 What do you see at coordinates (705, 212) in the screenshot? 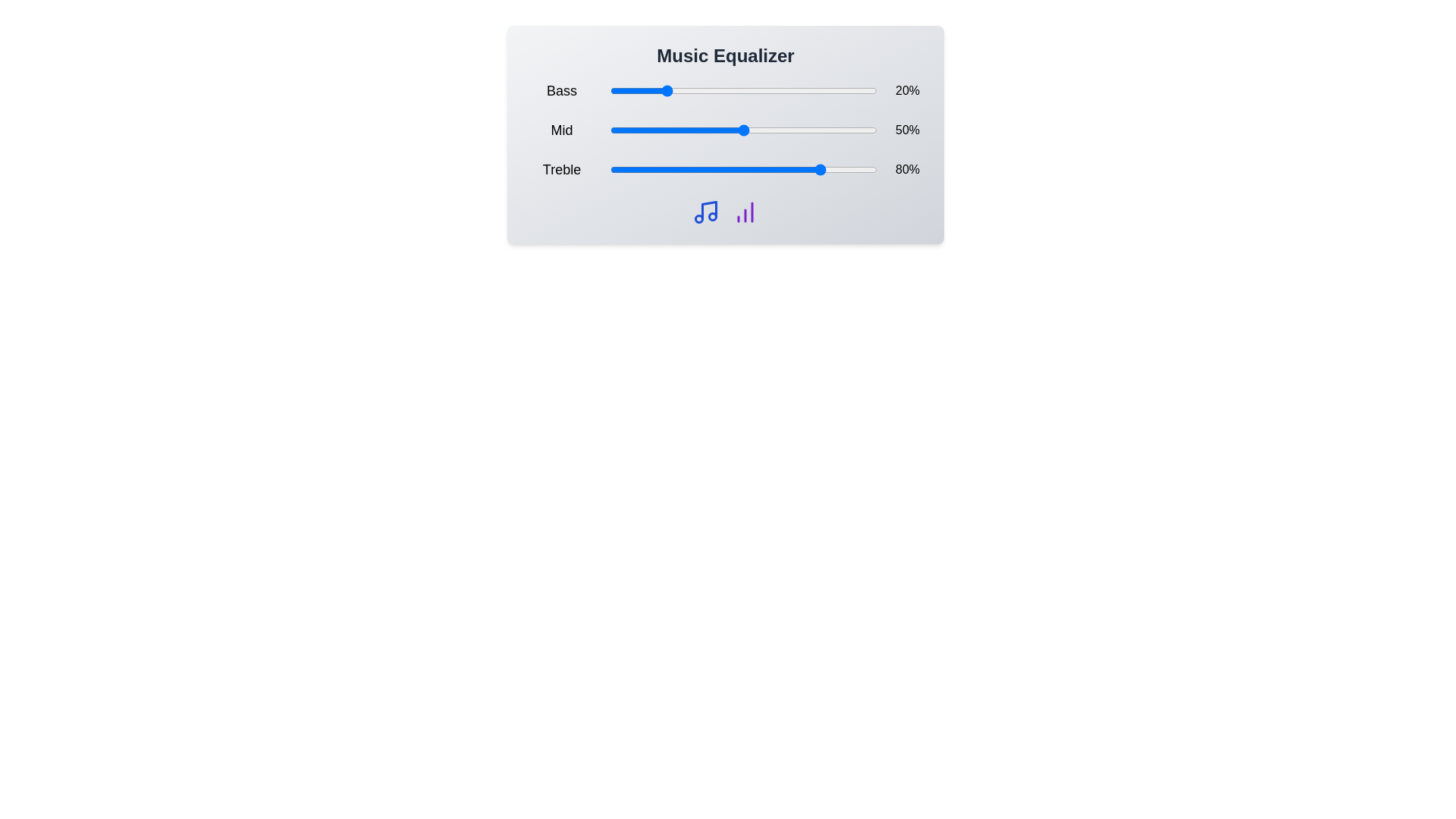
I see `the musical note icon to interact with the music-related feature` at bounding box center [705, 212].